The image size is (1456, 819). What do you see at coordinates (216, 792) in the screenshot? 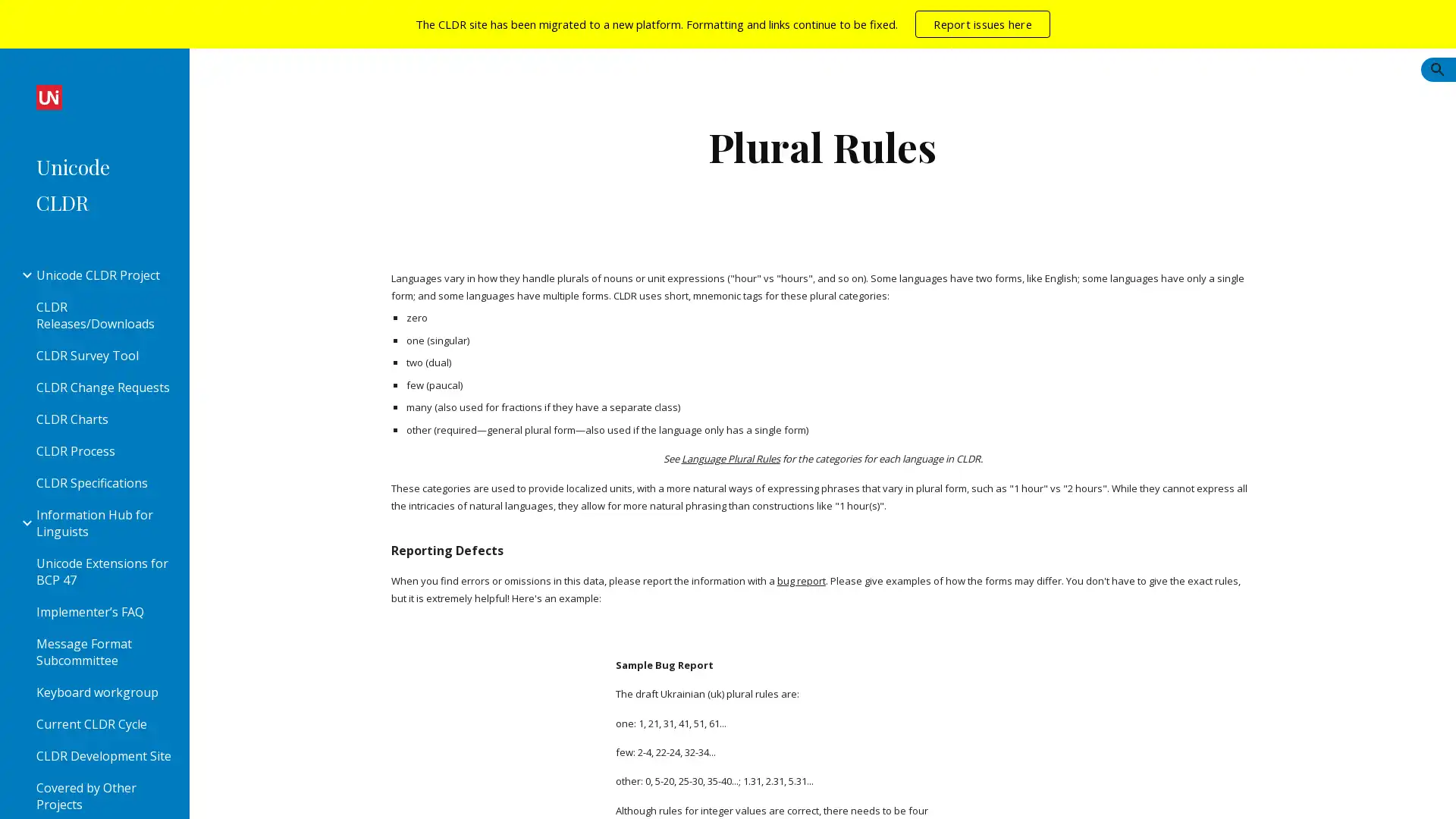
I see `Site actions` at bounding box center [216, 792].